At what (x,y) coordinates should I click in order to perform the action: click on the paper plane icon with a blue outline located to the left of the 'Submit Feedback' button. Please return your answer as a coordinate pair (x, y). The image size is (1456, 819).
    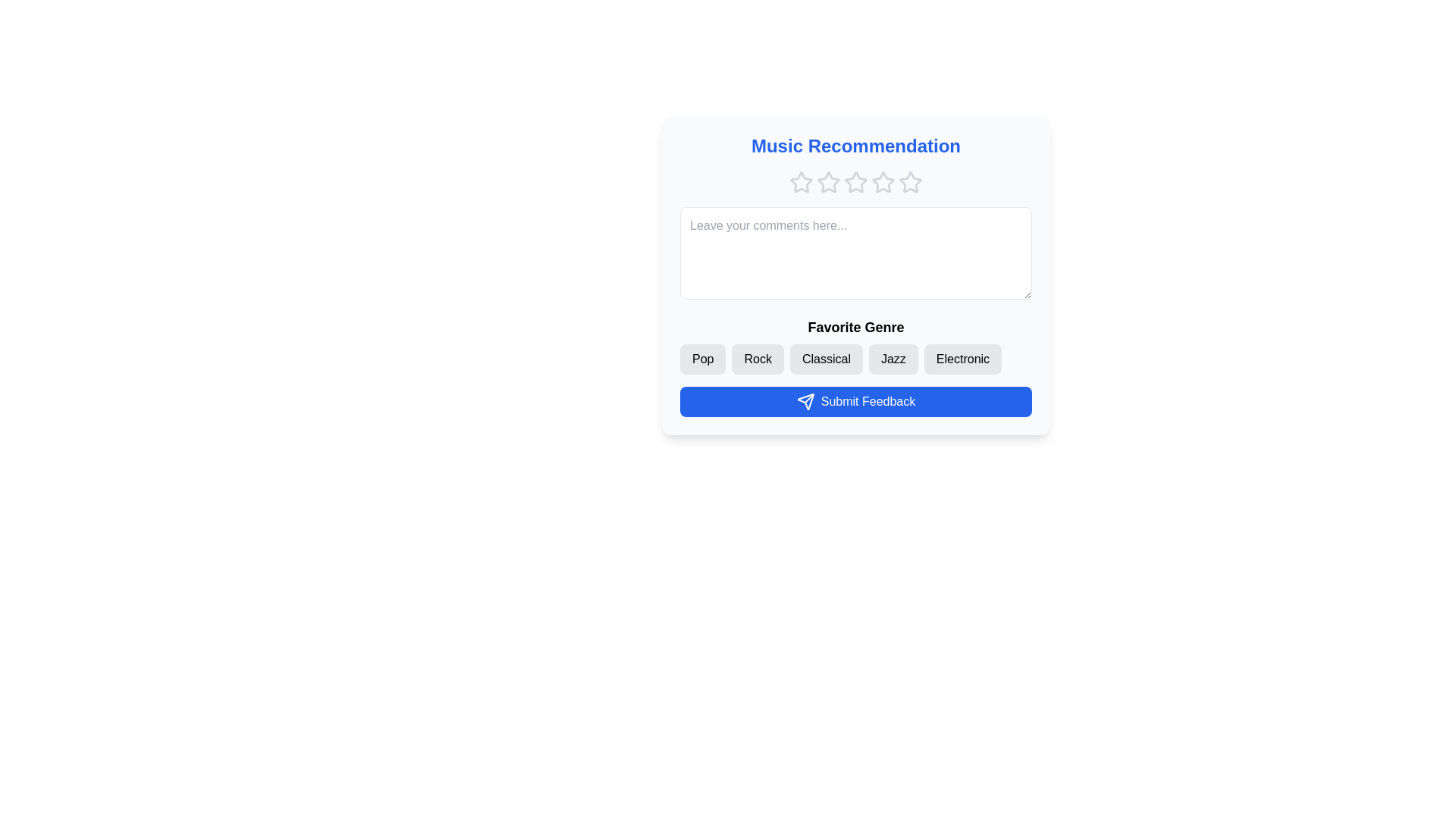
    Looking at the image, I should click on (805, 400).